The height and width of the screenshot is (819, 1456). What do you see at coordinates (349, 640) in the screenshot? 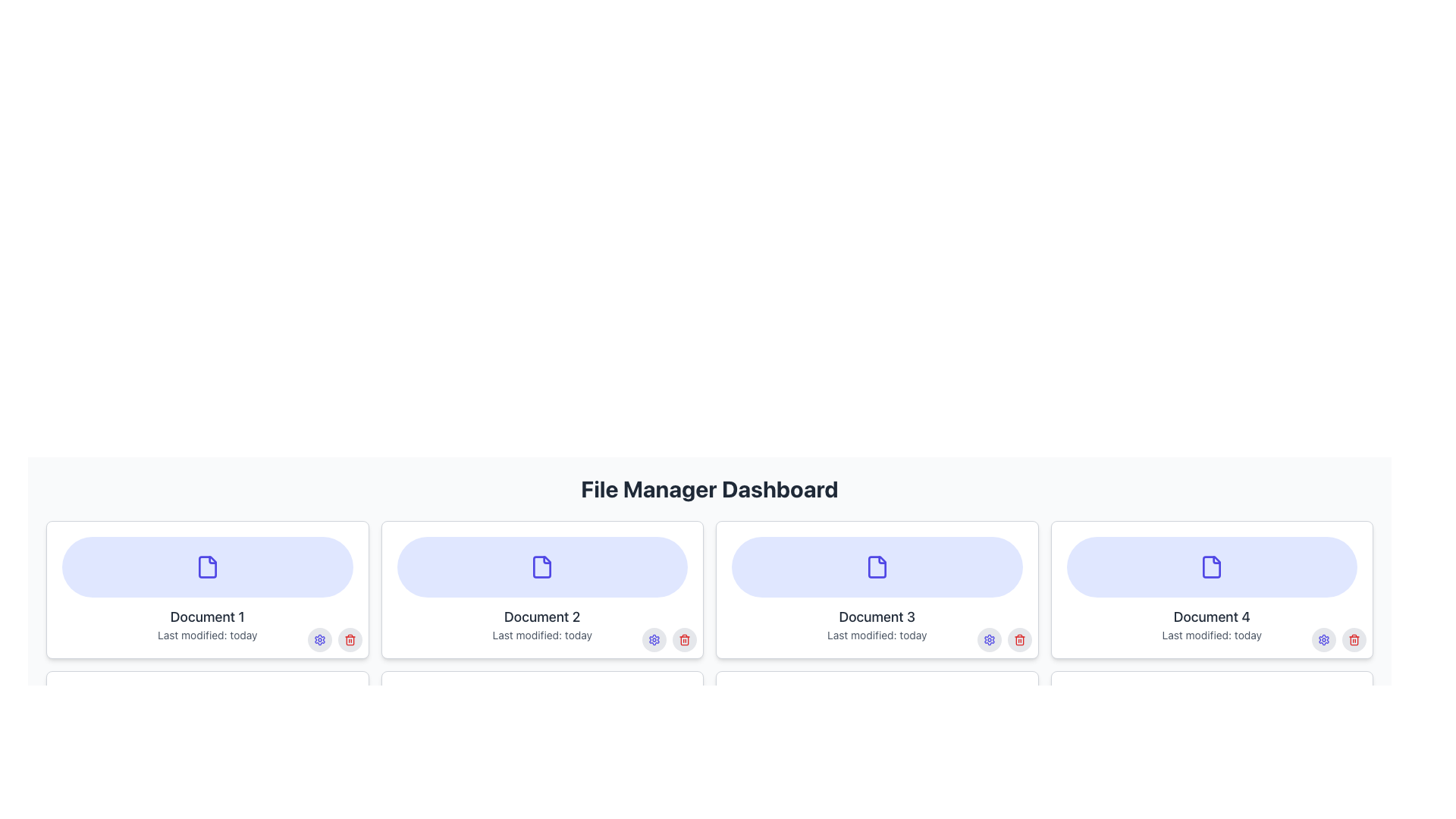
I see `the delete button located in the bottom-right corner of the 'Document 1' card to permanently remove the associated file` at bounding box center [349, 640].